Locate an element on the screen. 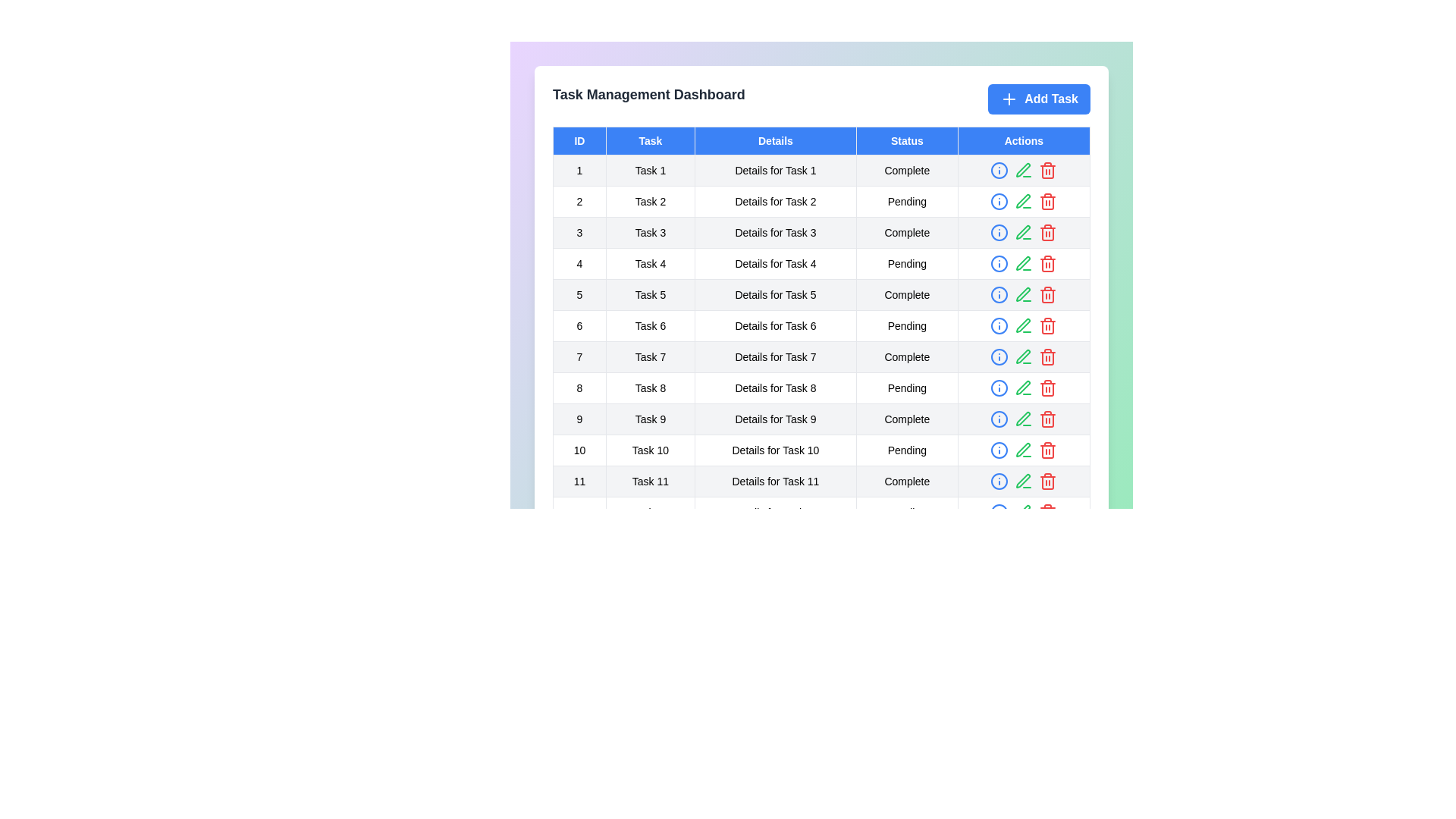  the column header to sort tasks by Details is located at coordinates (775, 140).